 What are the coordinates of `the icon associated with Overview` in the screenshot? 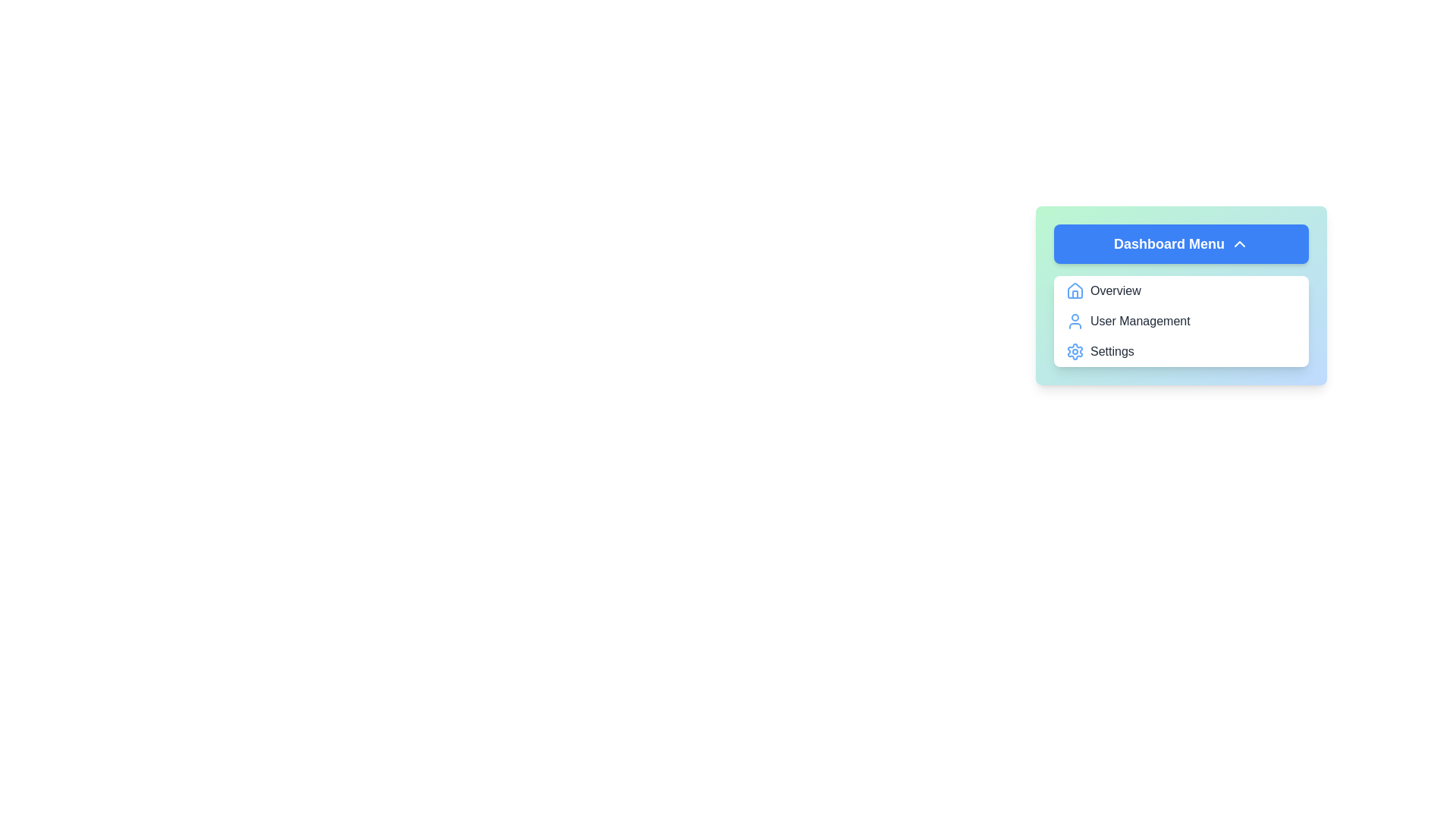 It's located at (1074, 291).